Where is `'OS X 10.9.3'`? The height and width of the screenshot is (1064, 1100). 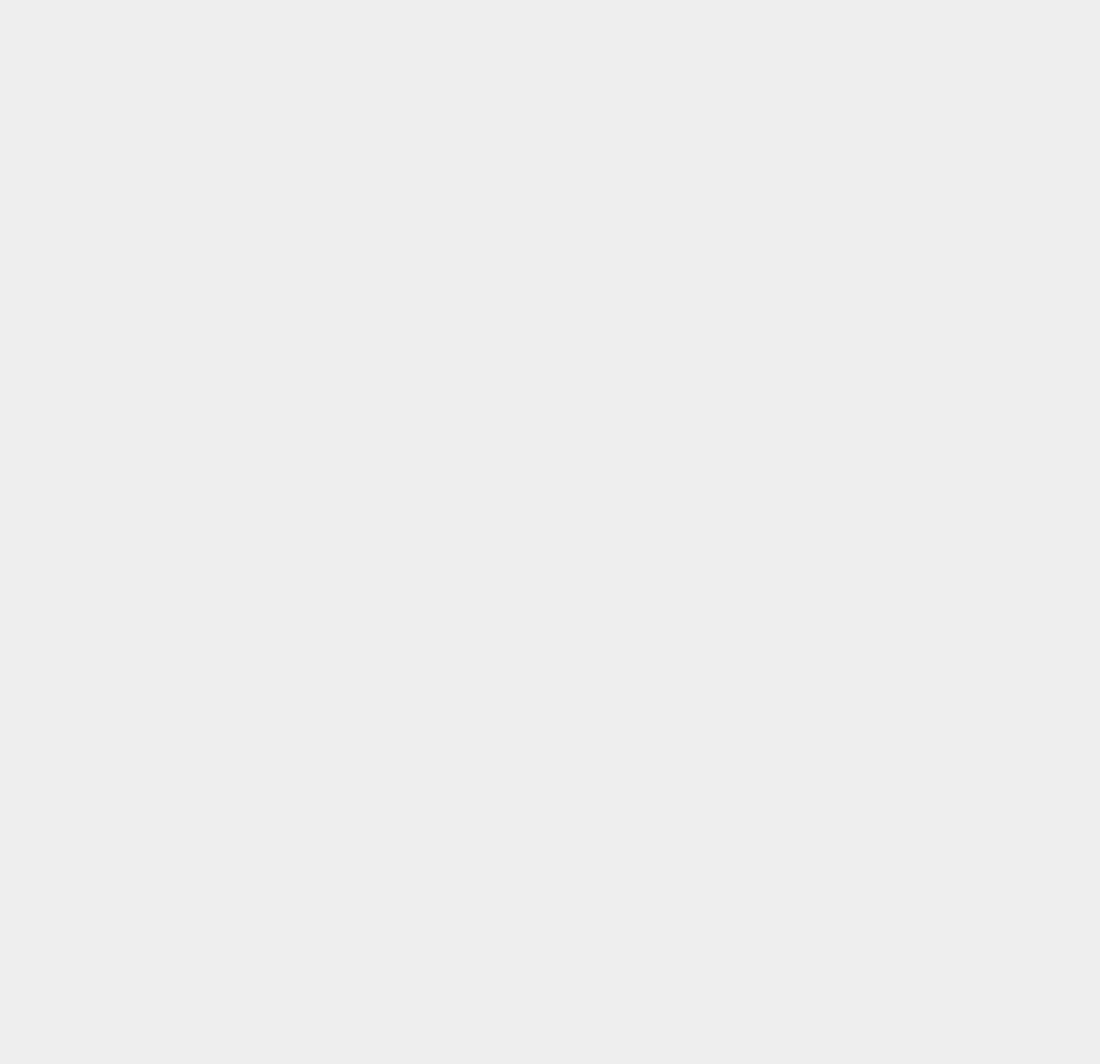 'OS X 10.9.3' is located at coordinates (814, 667).